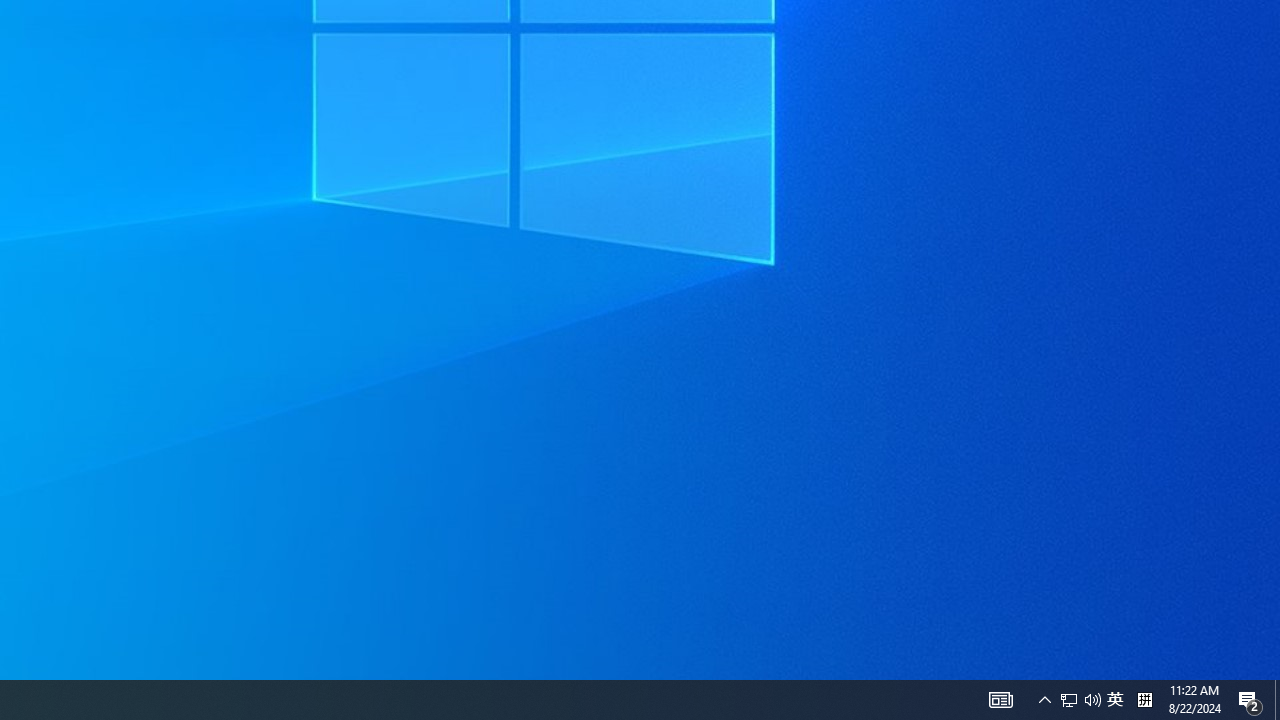  What do you see at coordinates (1000, 698) in the screenshot?
I see `'AutomationID: 4105'` at bounding box center [1000, 698].